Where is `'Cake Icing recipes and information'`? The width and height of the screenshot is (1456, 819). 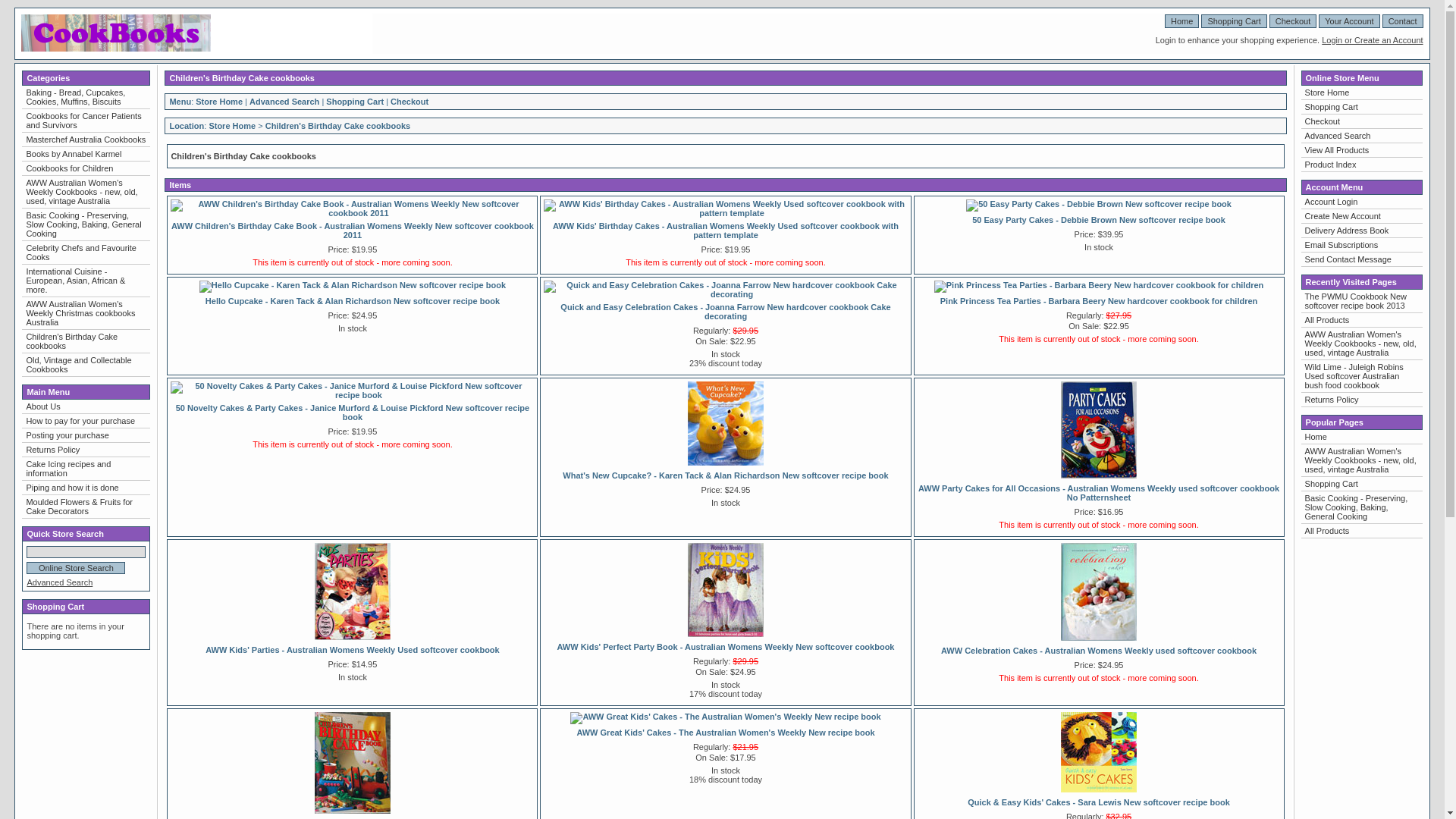 'Cake Icing recipes and information' is located at coordinates (85, 467).